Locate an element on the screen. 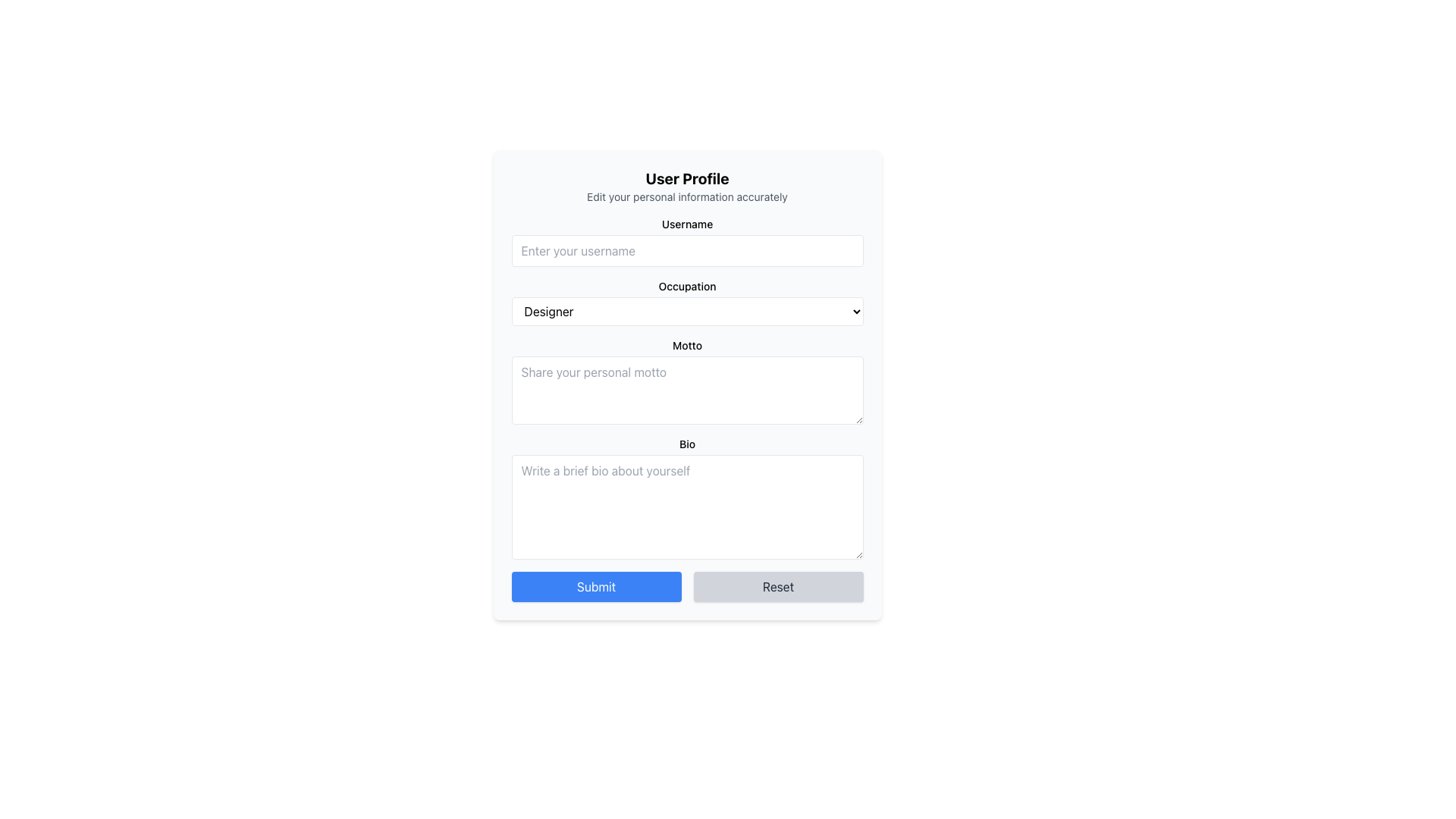 Image resolution: width=1456 pixels, height=819 pixels. an option from the 'Occupation' dropdown menu by clicking on it is located at coordinates (686, 302).